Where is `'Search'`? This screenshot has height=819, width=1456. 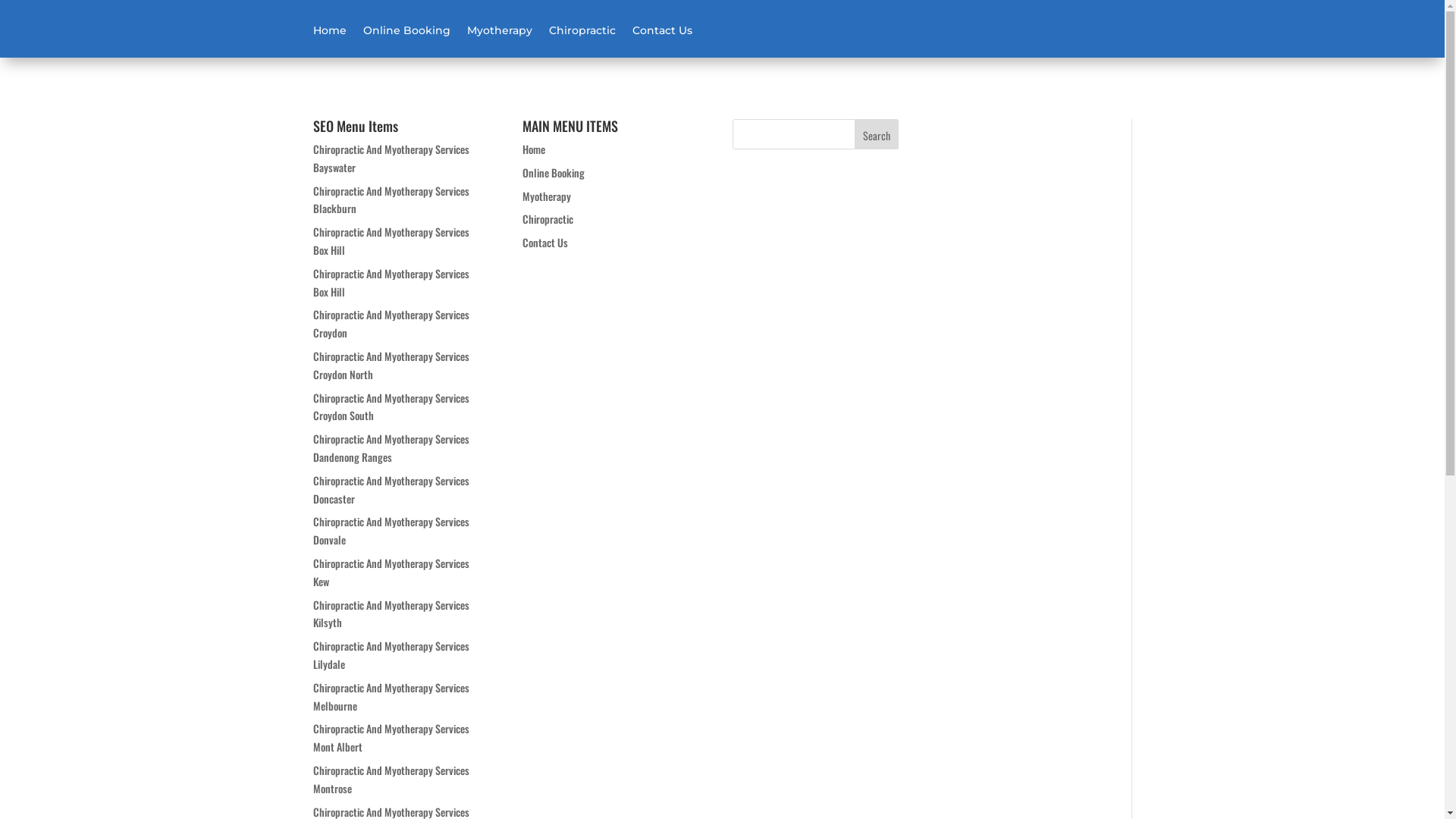 'Search' is located at coordinates (877, 133).